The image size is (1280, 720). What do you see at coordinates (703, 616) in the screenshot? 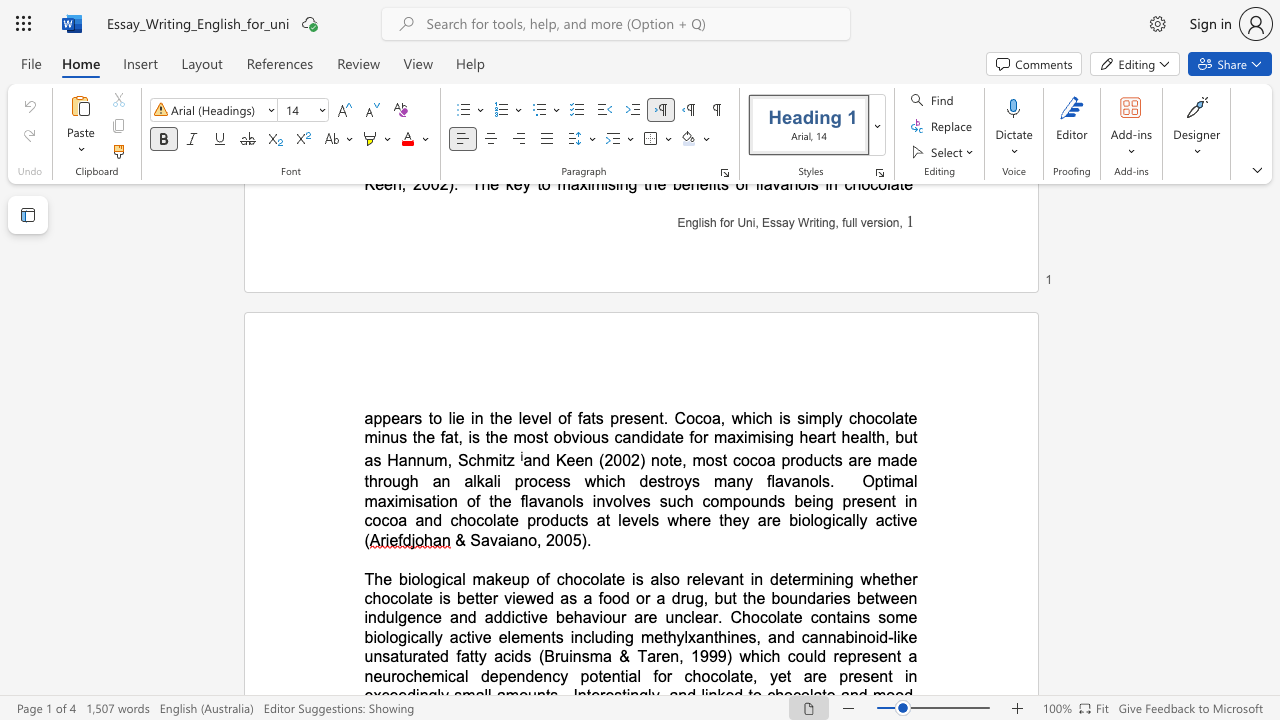
I see `the subset text "ar. Ch" within the text "whether chocolate is better viewed as a food or a drug, but the boundaries between indulgence and addictive behaviour are unclear. Chocolate"` at bounding box center [703, 616].